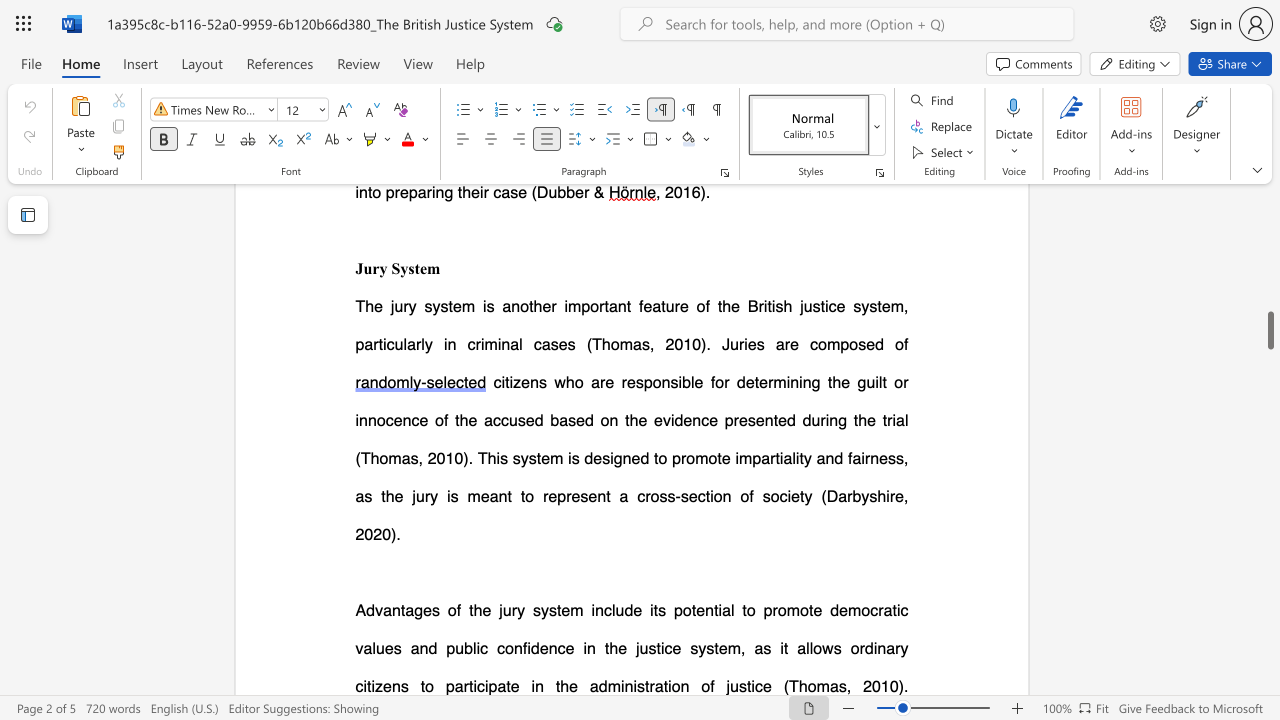 Image resolution: width=1280 pixels, height=720 pixels. Describe the element at coordinates (718, 495) in the screenshot. I see `the 2th character "o" in the text` at that location.